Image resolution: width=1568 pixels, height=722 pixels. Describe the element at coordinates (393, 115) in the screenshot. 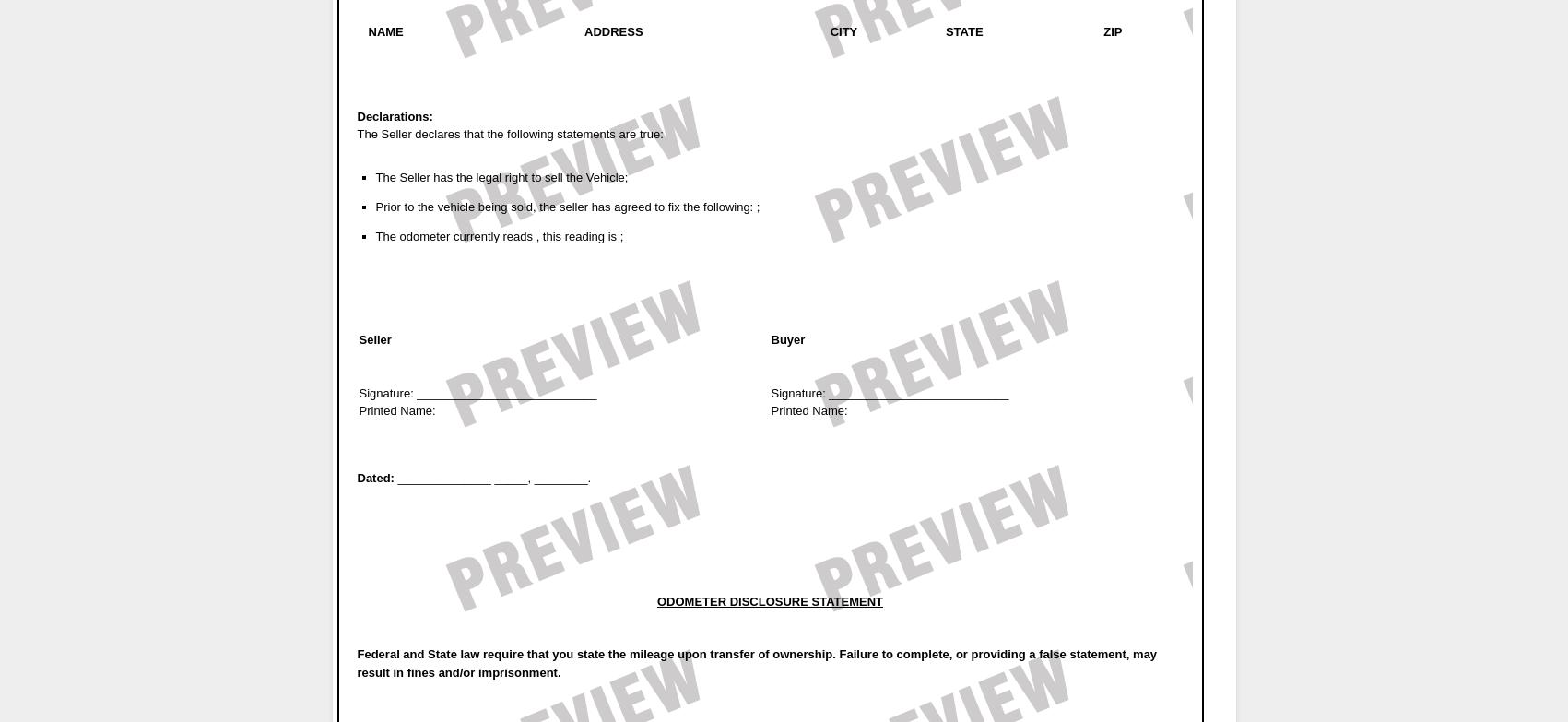

I see `'Declarations:'` at that location.